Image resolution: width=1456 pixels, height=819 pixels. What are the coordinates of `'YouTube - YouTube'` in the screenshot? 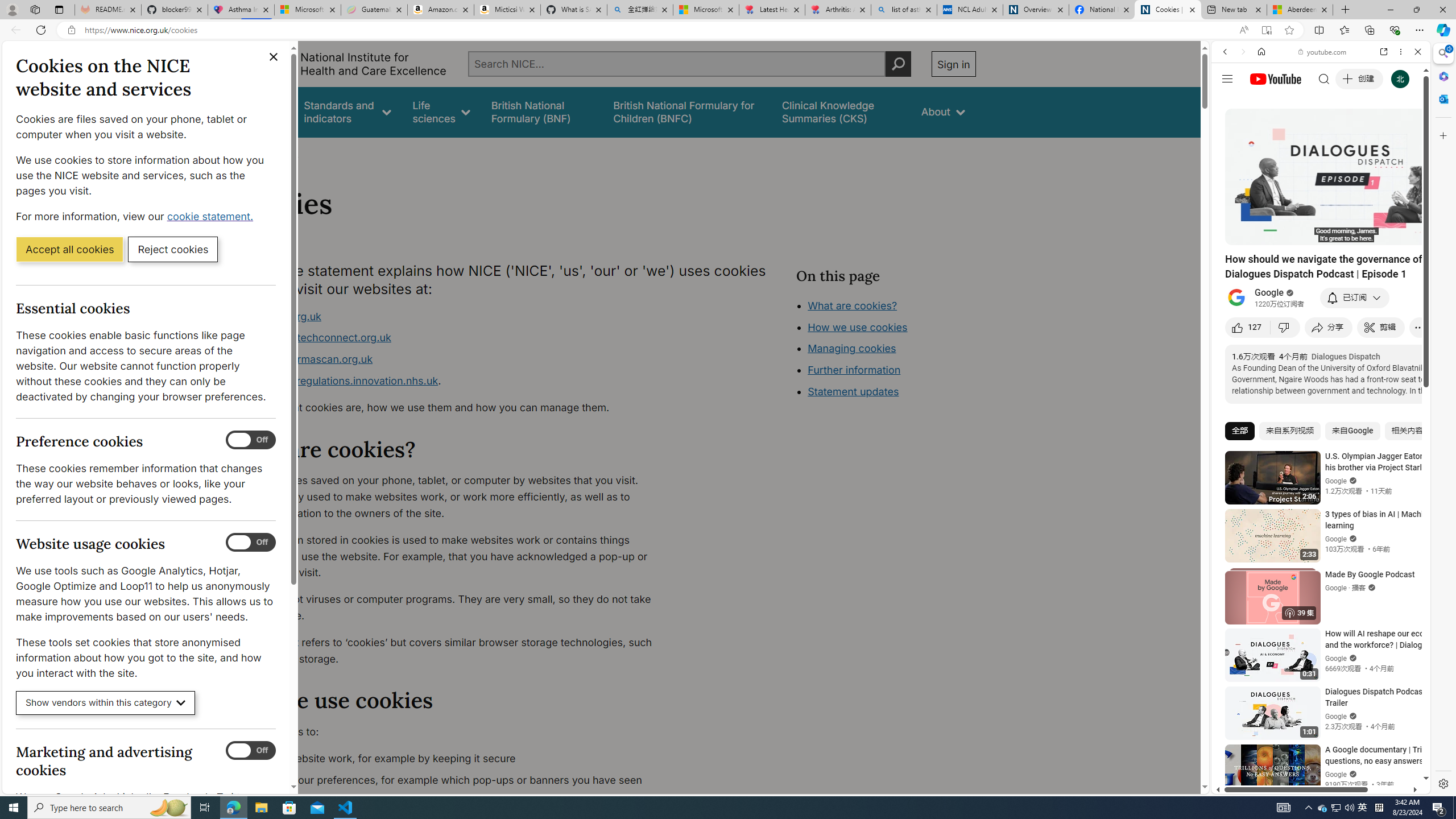 It's located at (1316, 560).